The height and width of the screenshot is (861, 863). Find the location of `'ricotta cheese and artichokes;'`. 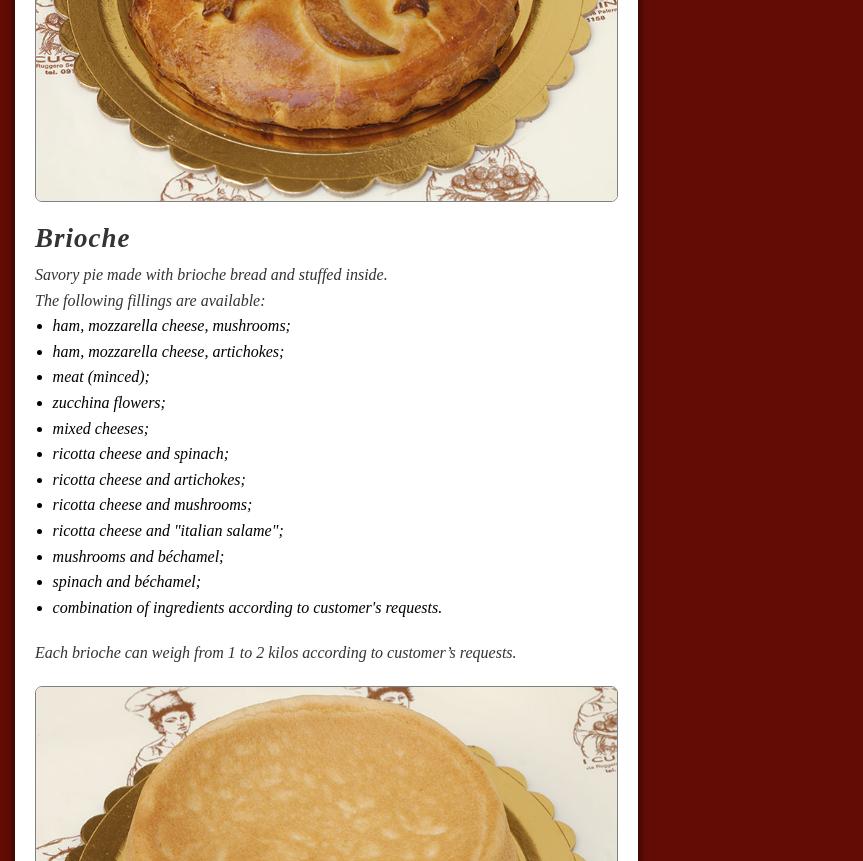

'ricotta cheese and artichokes;' is located at coordinates (52, 477).